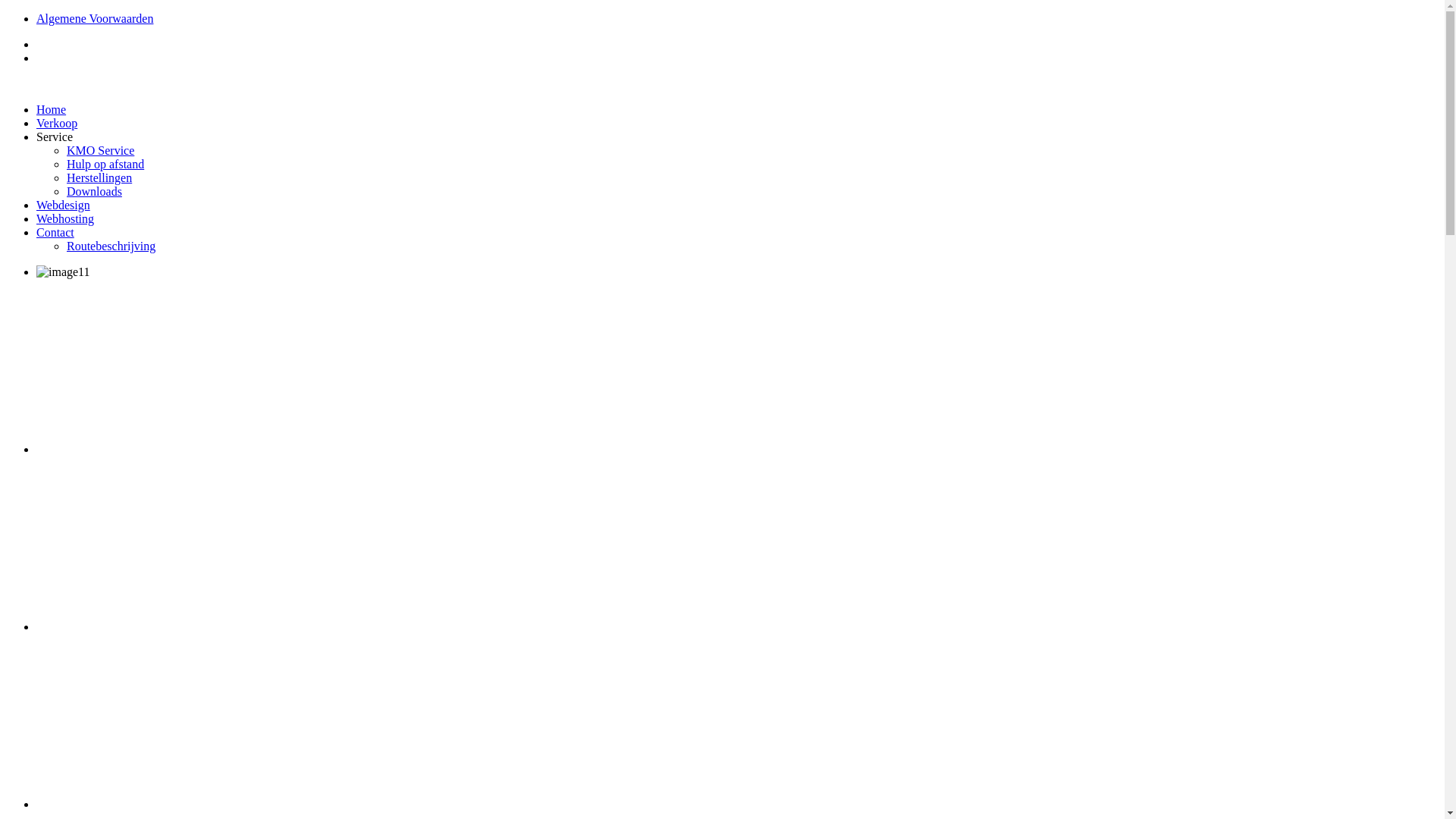 The width and height of the screenshot is (1456, 819). What do you see at coordinates (51, 108) in the screenshot?
I see `'Home'` at bounding box center [51, 108].